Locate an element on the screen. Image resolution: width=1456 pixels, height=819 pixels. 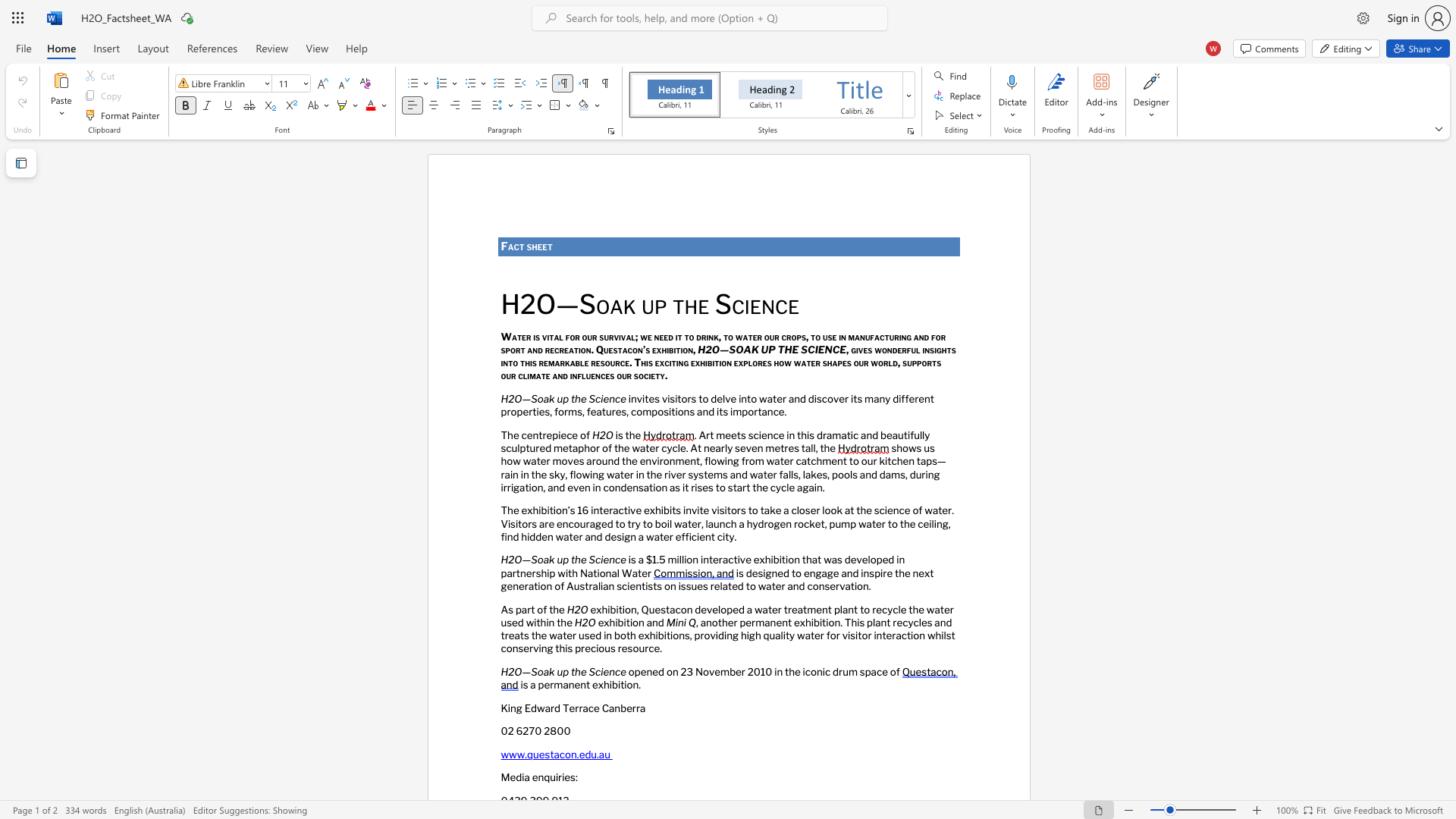
the subset text "f the" within the text "As part of the" is located at coordinates (543, 608).